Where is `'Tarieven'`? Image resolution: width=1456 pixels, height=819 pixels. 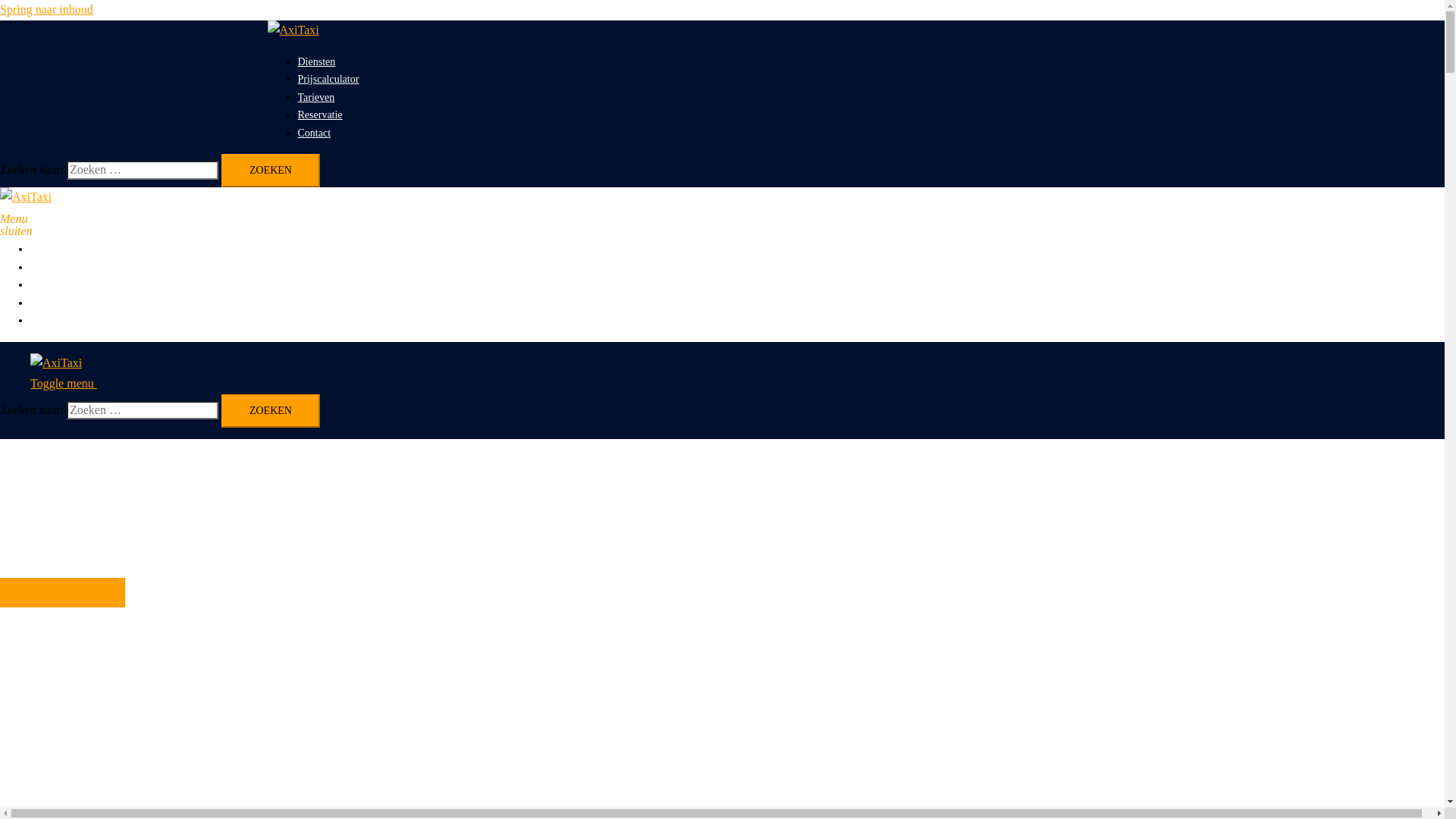 'Tarieven' is located at coordinates (315, 97).